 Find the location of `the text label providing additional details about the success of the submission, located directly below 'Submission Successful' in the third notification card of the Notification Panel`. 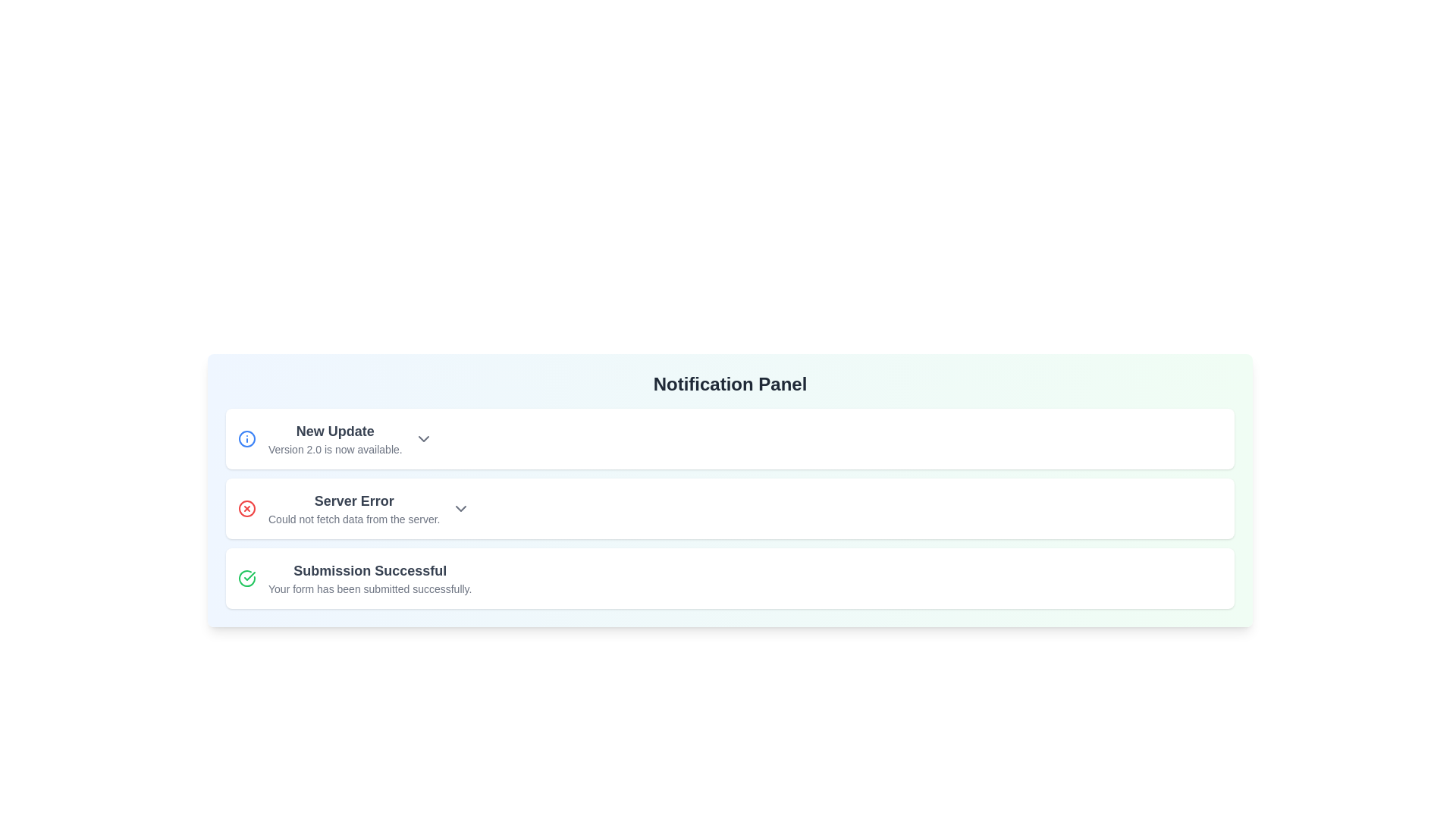

the text label providing additional details about the success of the submission, located directly below 'Submission Successful' in the third notification card of the Notification Panel is located at coordinates (370, 588).